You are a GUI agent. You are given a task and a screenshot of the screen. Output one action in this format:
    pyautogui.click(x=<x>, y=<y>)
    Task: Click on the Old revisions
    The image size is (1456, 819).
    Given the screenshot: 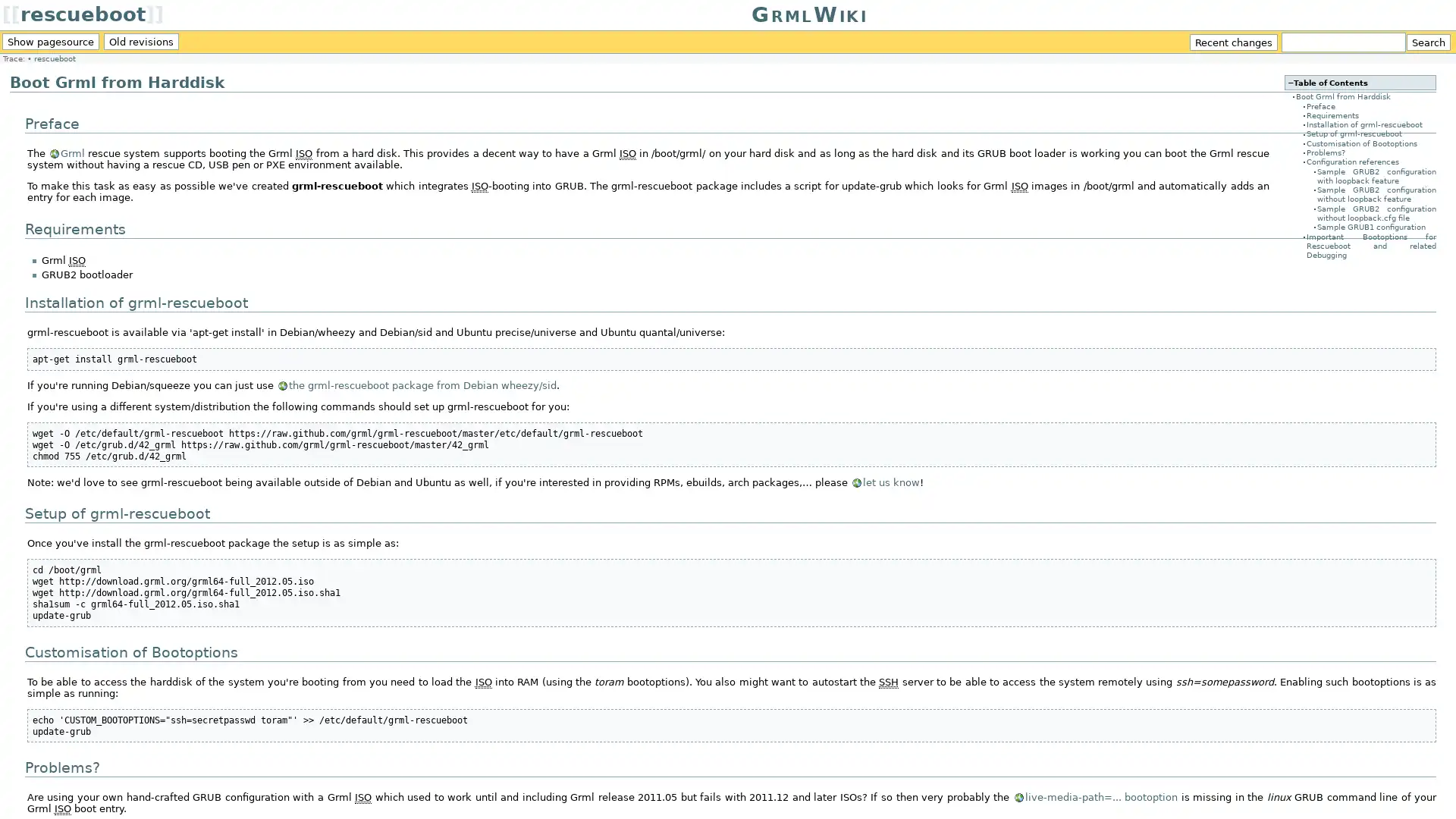 What is the action you would take?
    pyautogui.click(x=141, y=40)
    